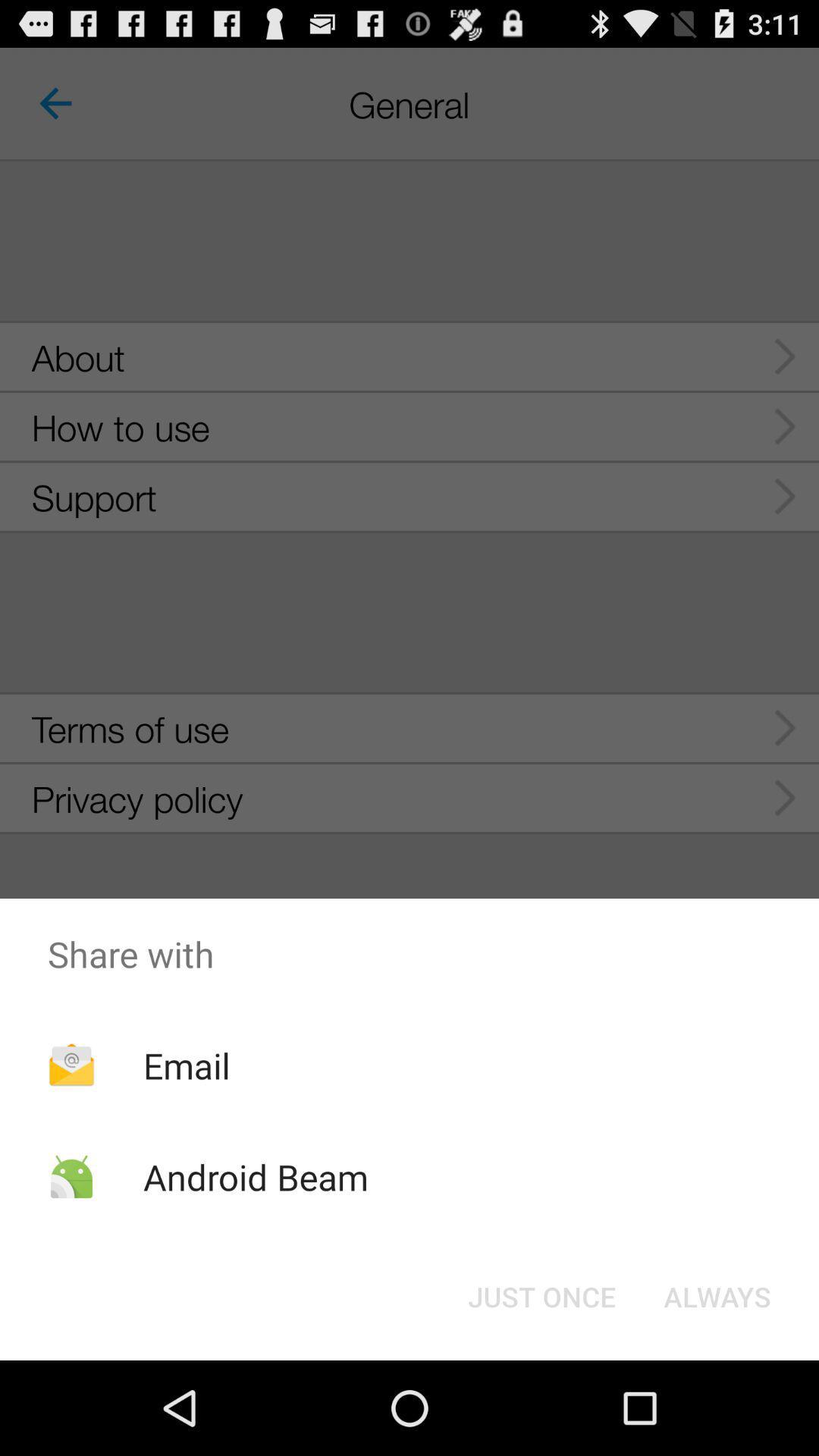 This screenshot has width=819, height=1456. I want to click on email icon, so click(186, 1065).